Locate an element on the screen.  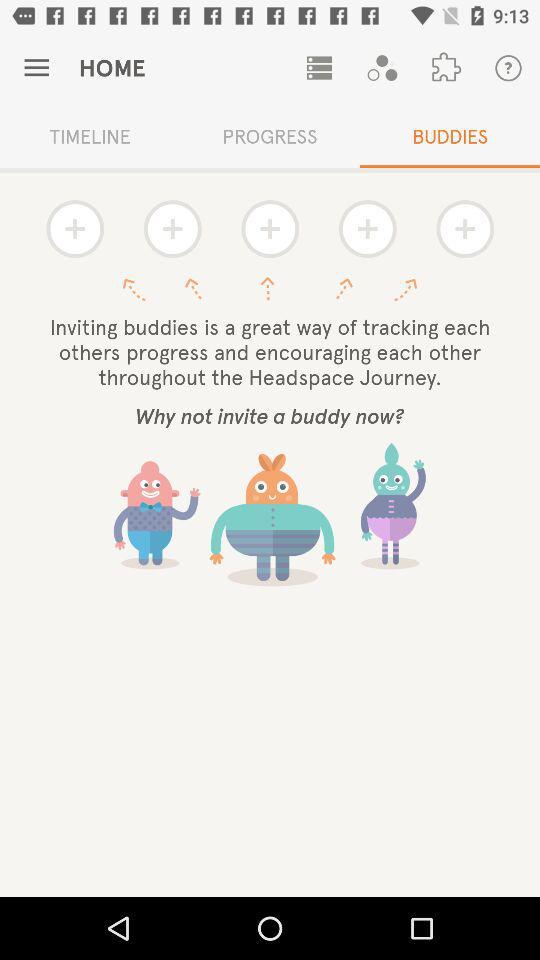
the icon above progress icon is located at coordinates (319, 68).